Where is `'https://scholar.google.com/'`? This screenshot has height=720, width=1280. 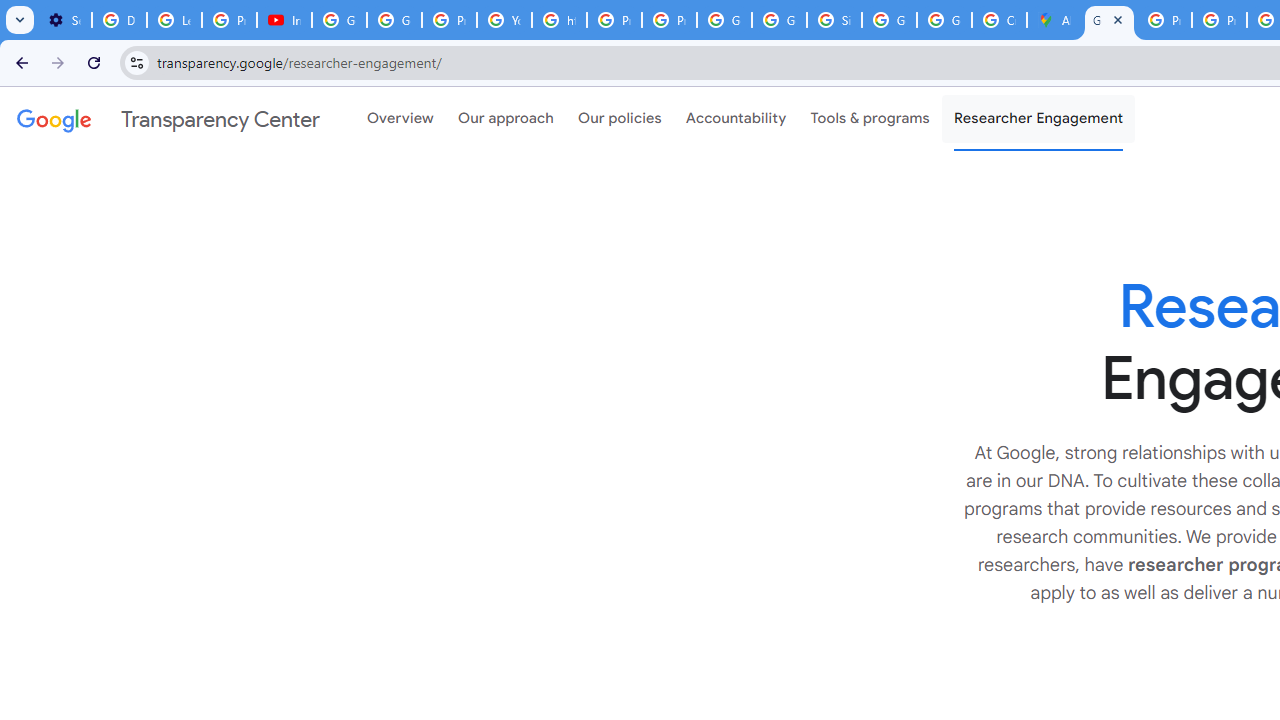 'https://scholar.google.com/' is located at coordinates (560, 20).